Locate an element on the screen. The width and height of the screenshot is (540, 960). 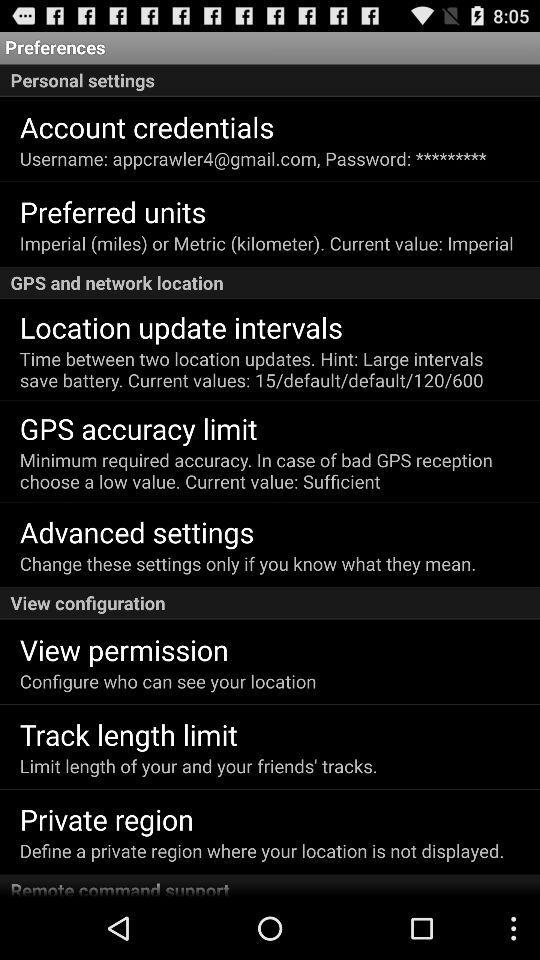
app above the location update intervals icon is located at coordinates (270, 282).